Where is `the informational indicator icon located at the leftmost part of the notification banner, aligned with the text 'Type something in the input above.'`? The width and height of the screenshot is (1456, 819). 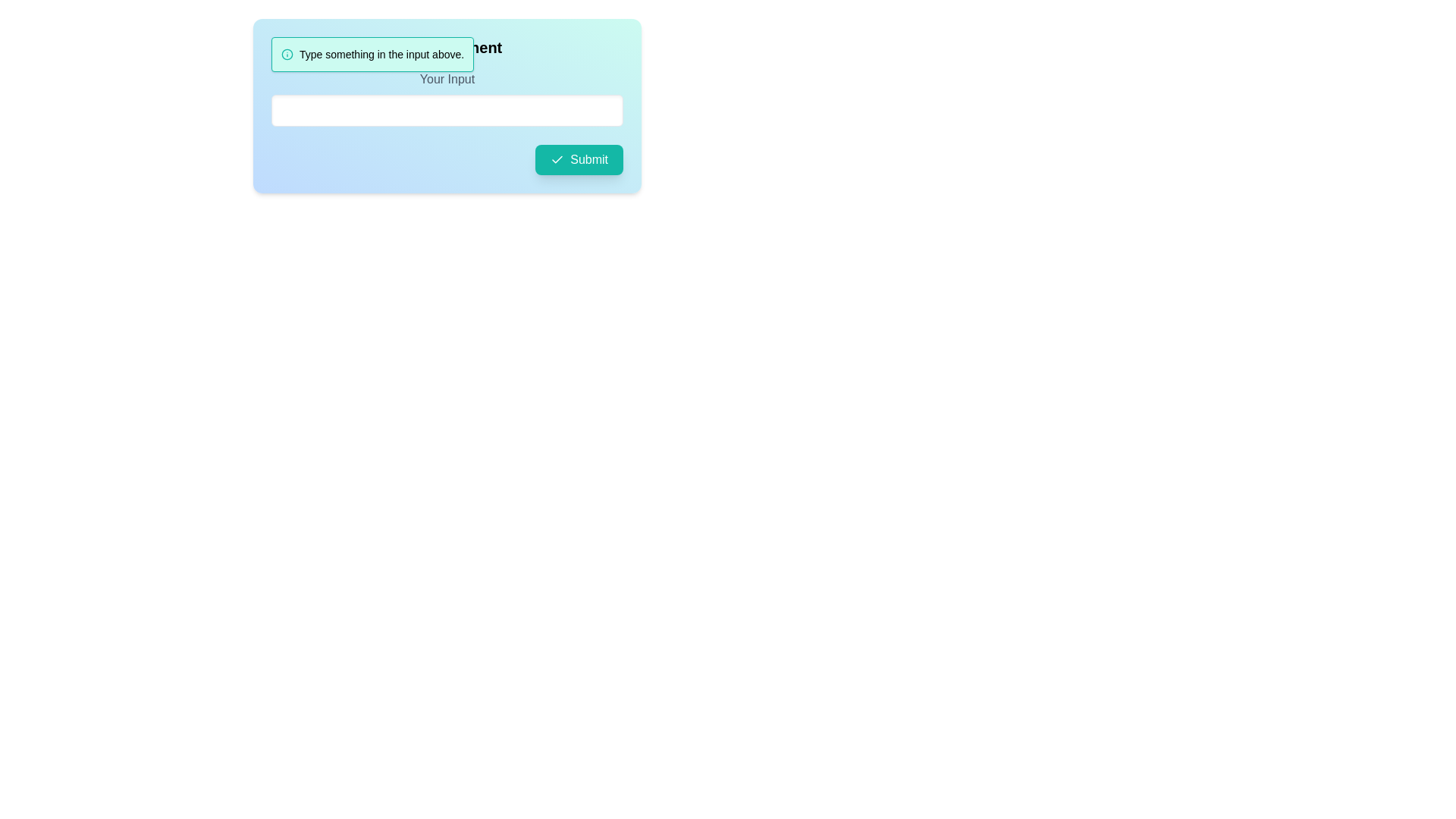
the informational indicator icon located at the leftmost part of the notification banner, aligned with the text 'Type something in the input above.' is located at coordinates (287, 54).